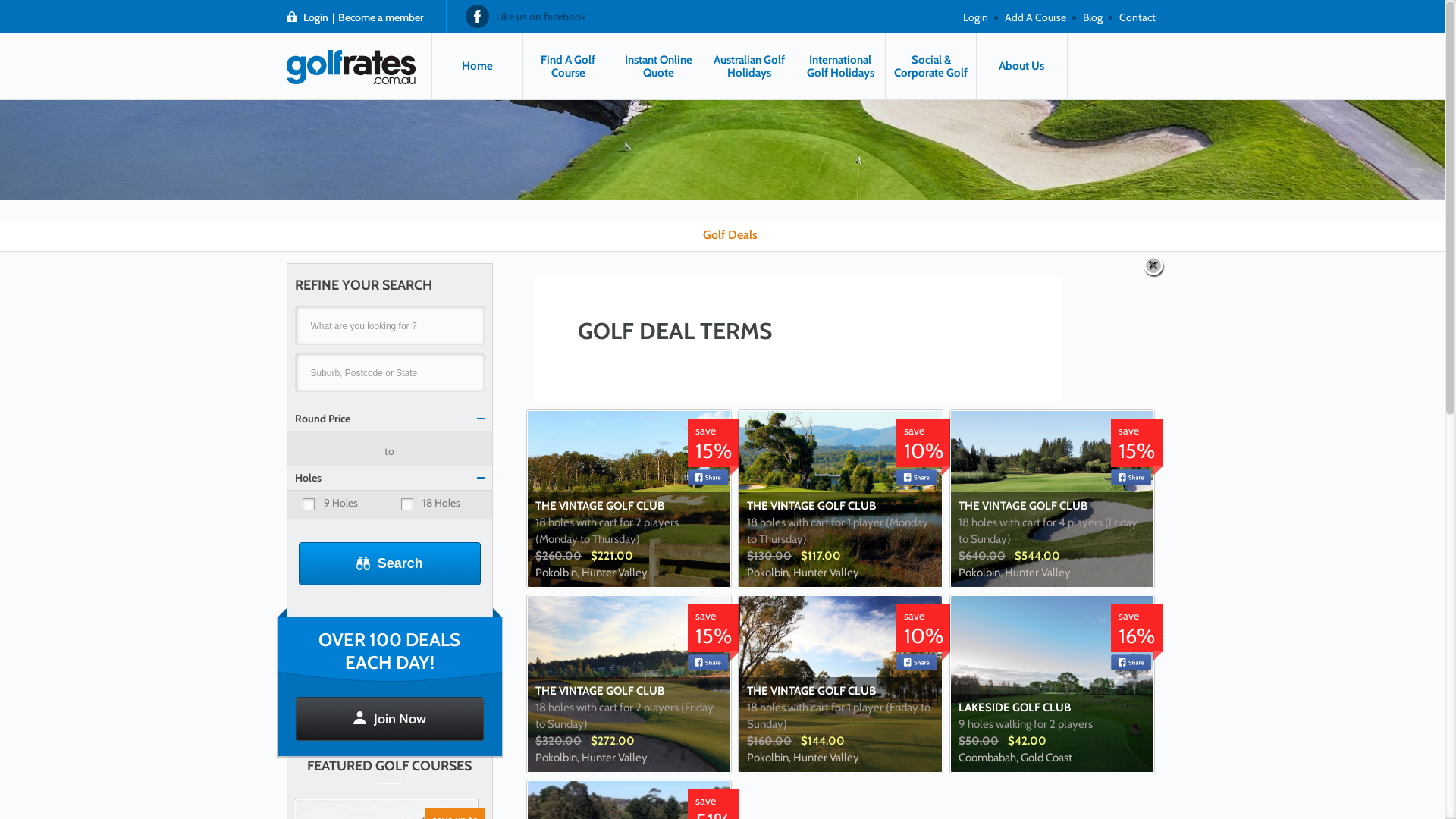  What do you see at coordinates (1034, 15) in the screenshot?
I see `'Add A Course'` at bounding box center [1034, 15].